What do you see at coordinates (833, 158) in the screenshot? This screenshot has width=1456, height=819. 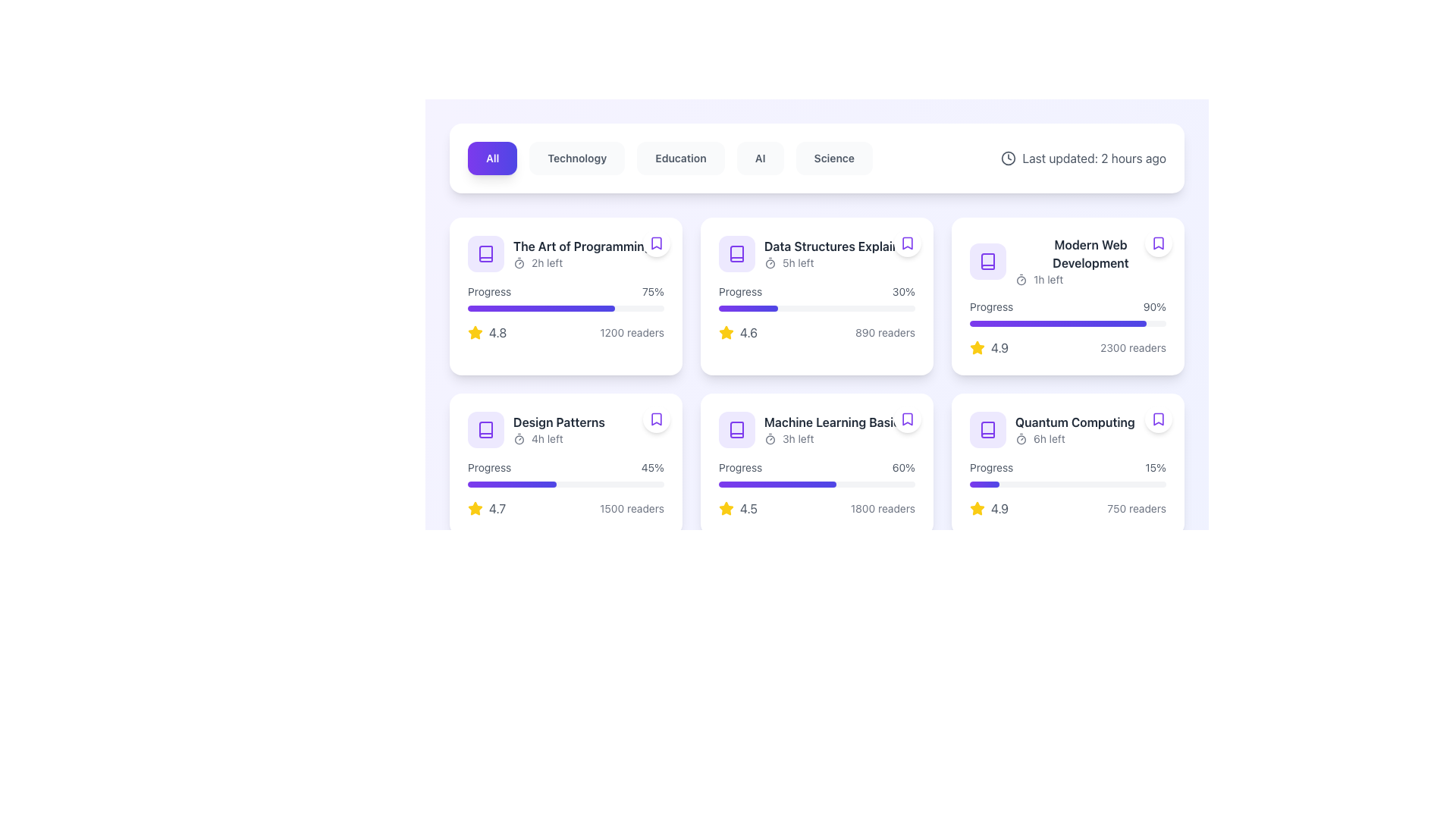 I see `the 'Science' button in the navigation bar` at bounding box center [833, 158].